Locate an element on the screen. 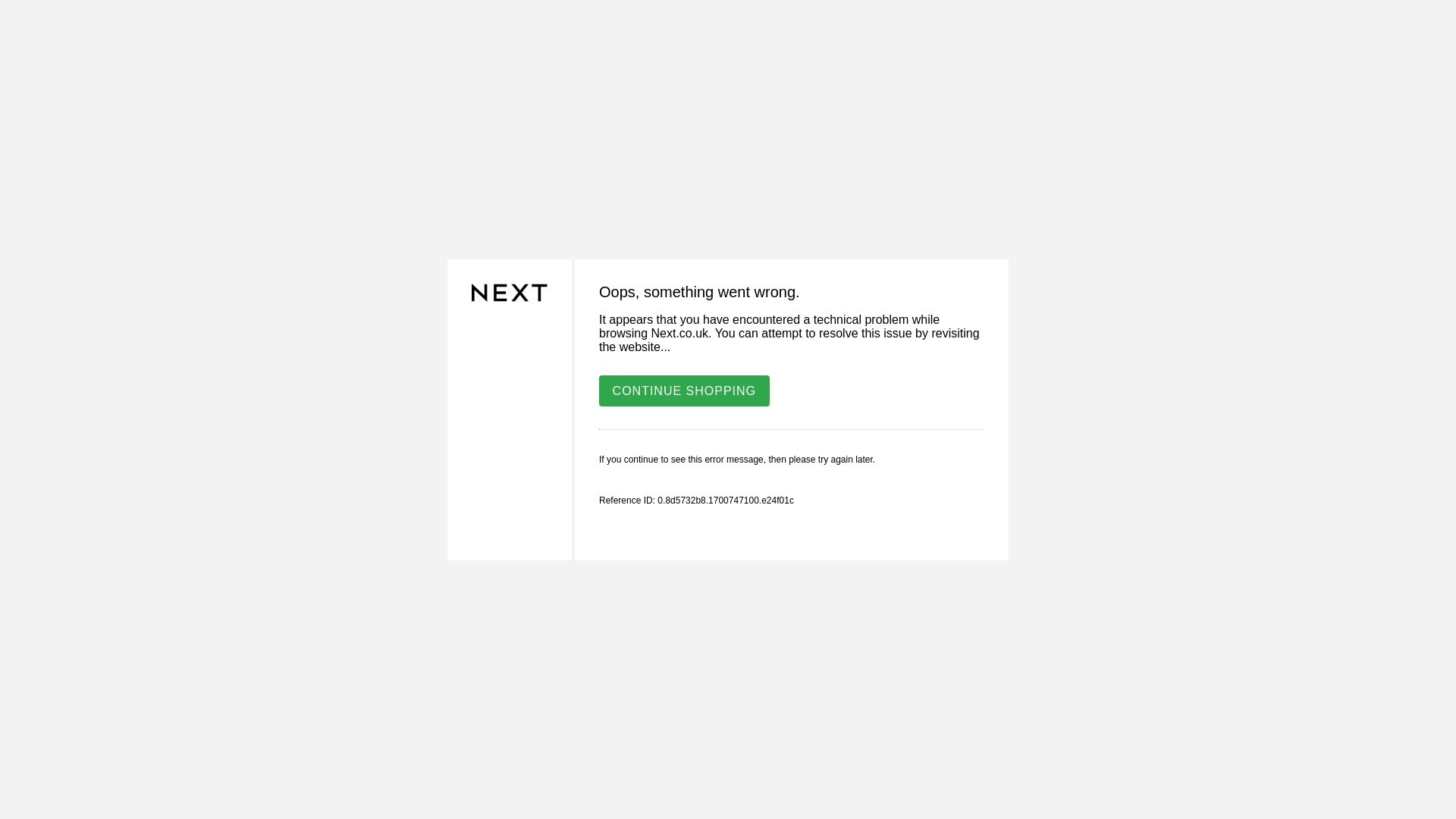  'CONTINUE SHOPPING' is located at coordinates (598, 389).